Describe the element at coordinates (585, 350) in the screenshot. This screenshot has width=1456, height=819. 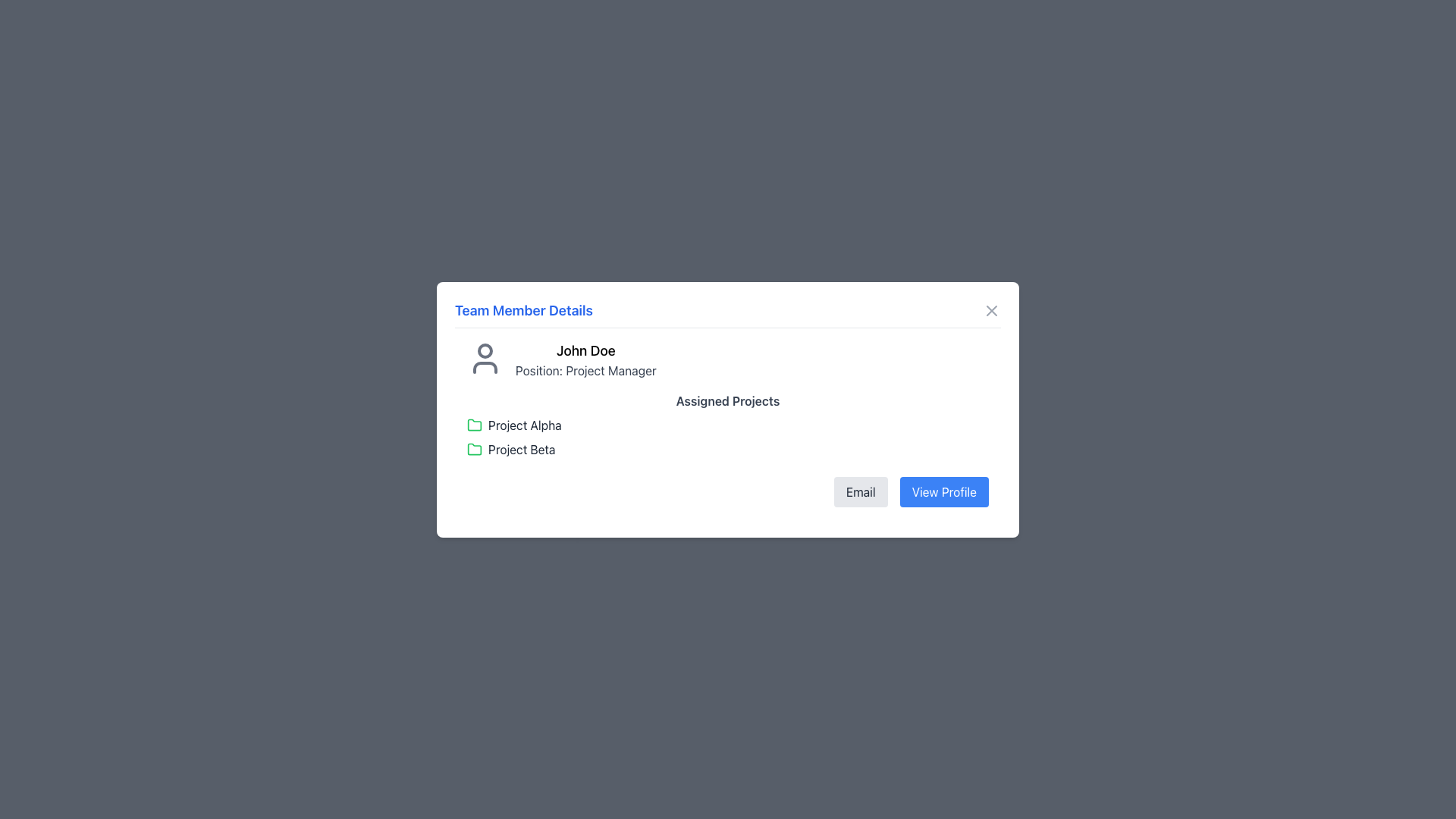
I see `the text label displaying the user's name 'John Doe' in the 'Team Member Details' popup` at that location.